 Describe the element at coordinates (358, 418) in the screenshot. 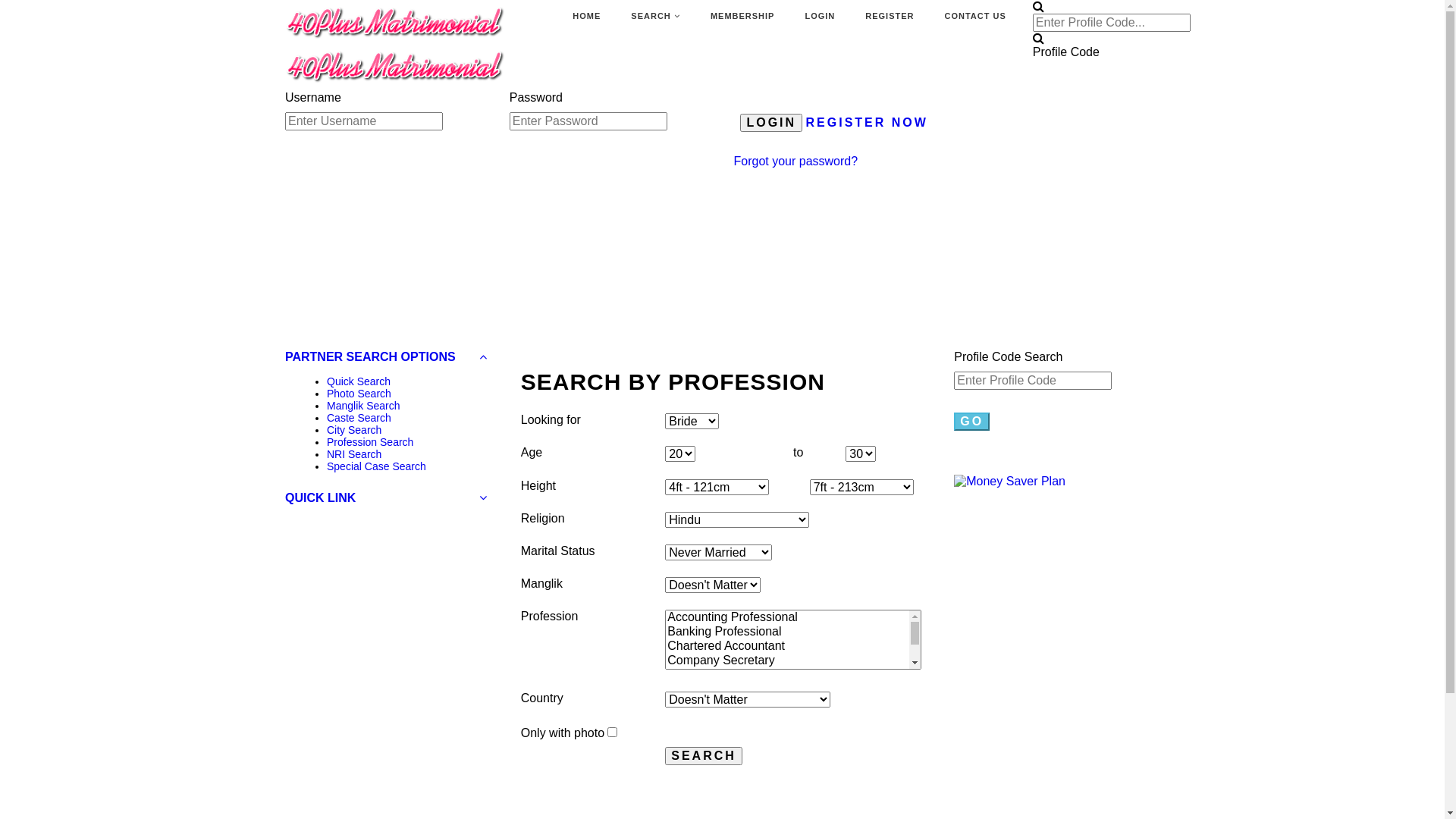

I see `'Caste Search'` at that location.